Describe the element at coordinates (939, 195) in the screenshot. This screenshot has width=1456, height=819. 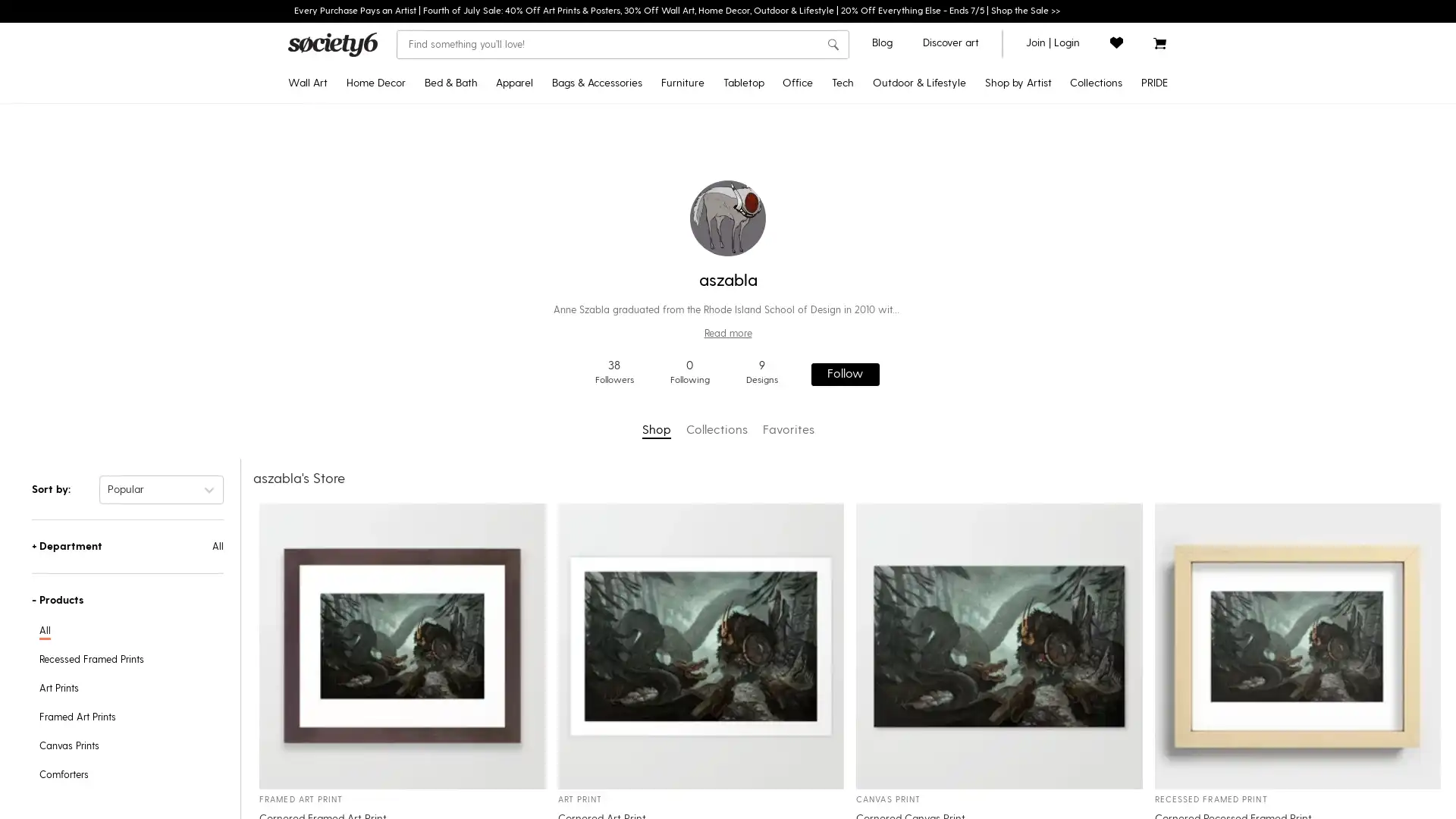
I see `Water Bottles` at that location.